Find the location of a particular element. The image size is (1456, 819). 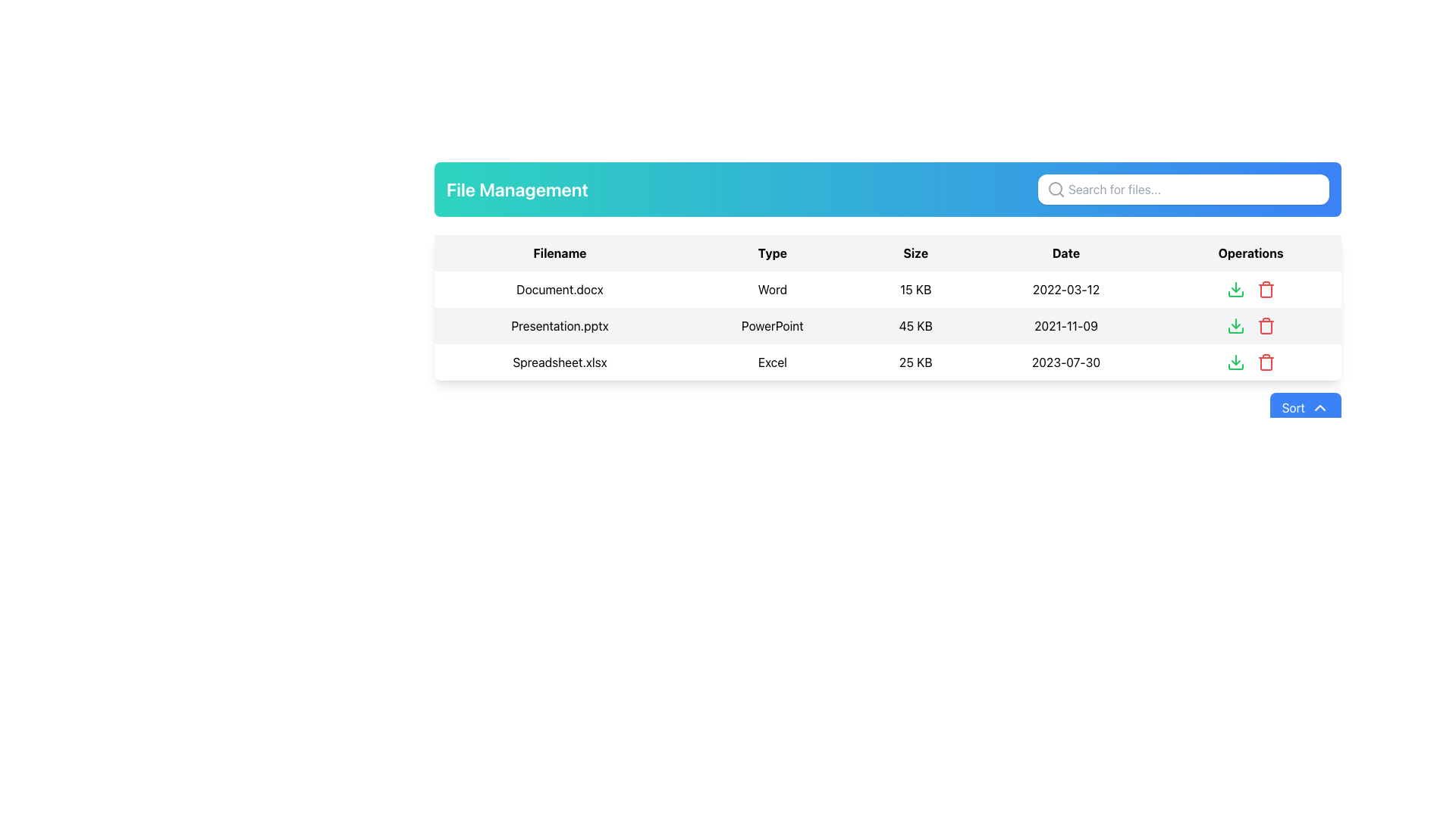

the static text element displaying '15 KB' in the 'File Management' table, located in the third column of the first row is located at coordinates (915, 289).